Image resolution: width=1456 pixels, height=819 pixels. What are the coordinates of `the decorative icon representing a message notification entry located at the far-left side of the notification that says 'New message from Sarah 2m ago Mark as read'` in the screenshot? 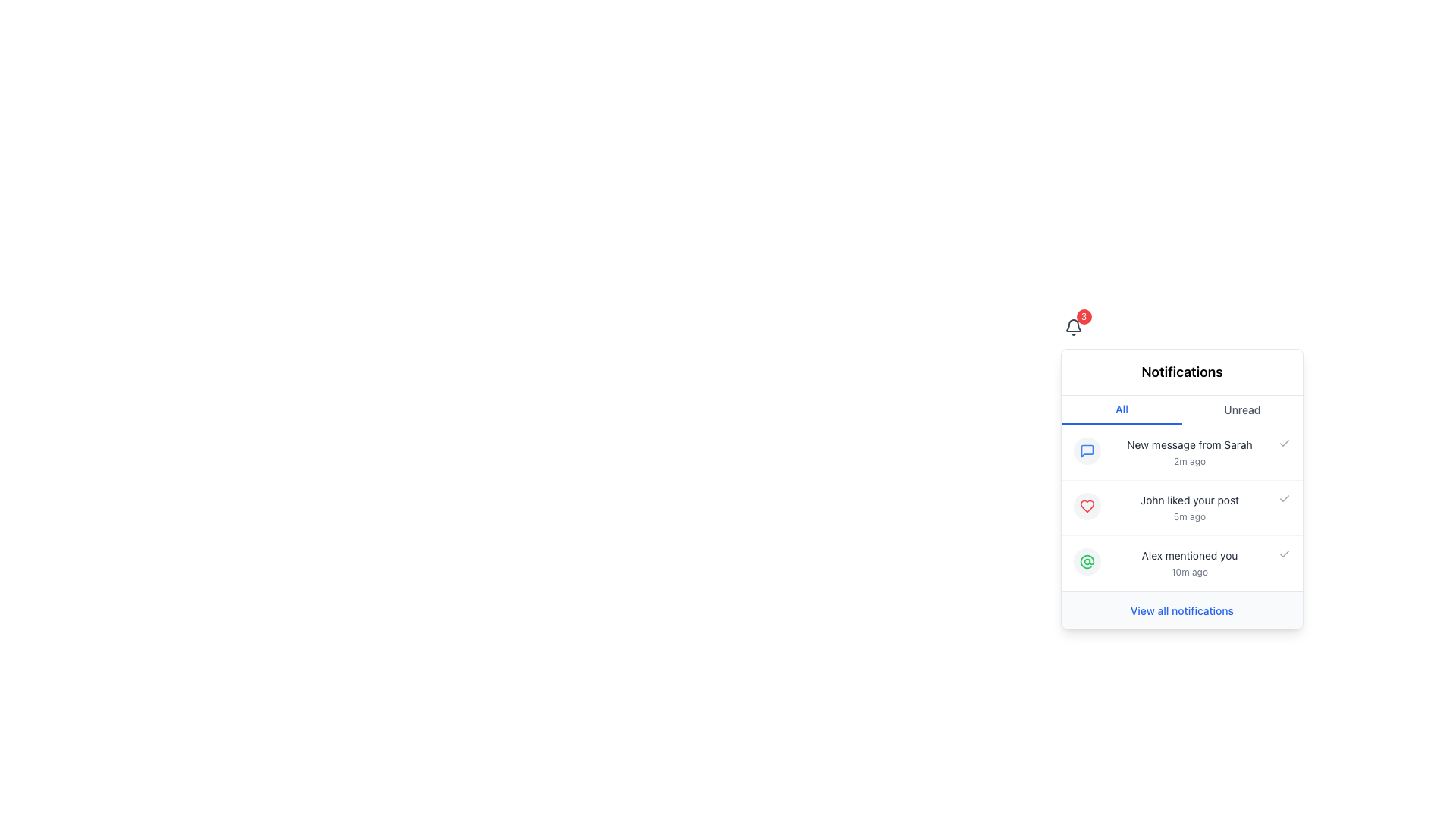 It's located at (1087, 450).